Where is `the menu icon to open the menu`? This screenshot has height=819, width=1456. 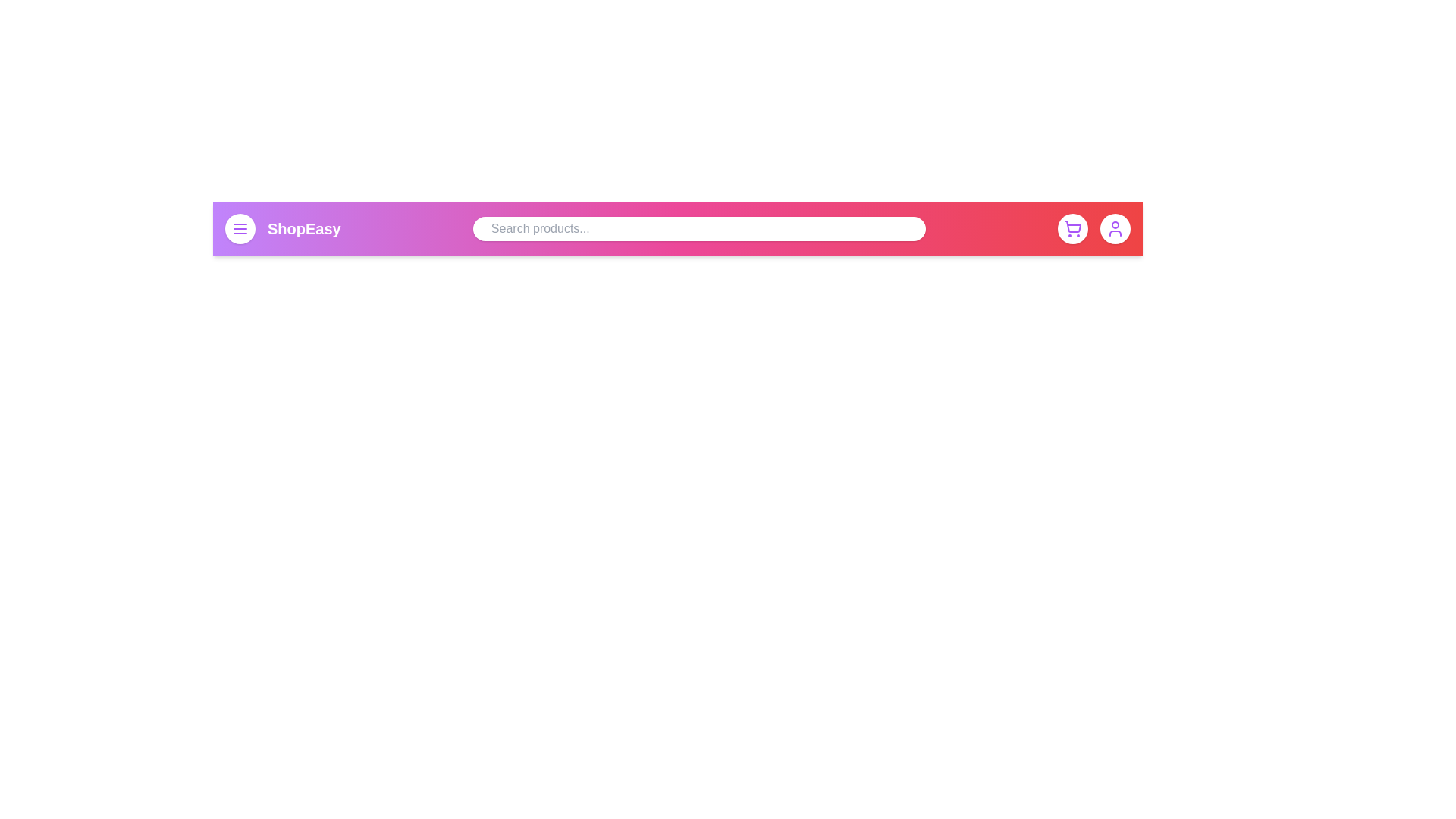
the menu icon to open the menu is located at coordinates (239, 228).